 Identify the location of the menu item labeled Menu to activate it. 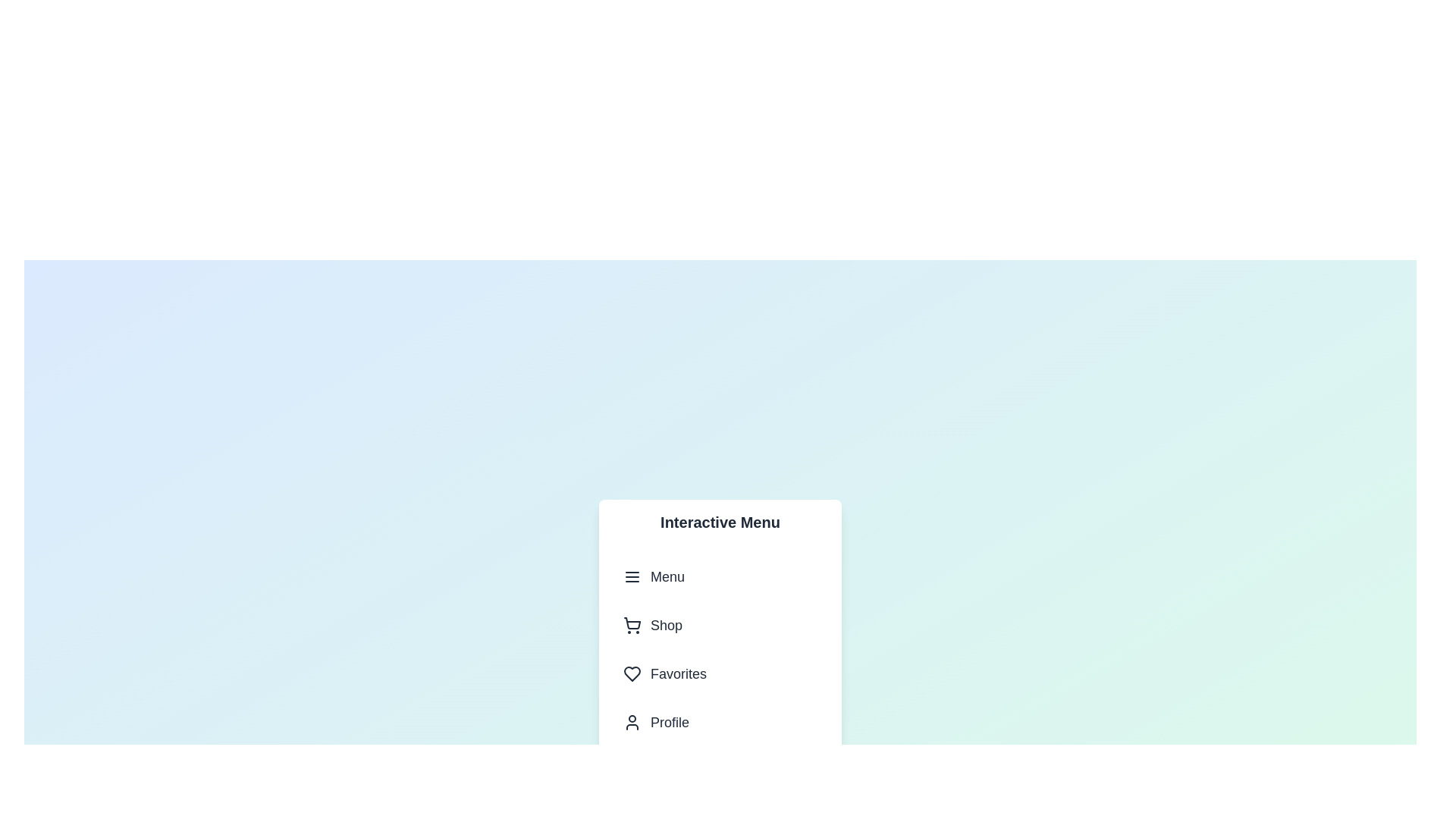
(720, 576).